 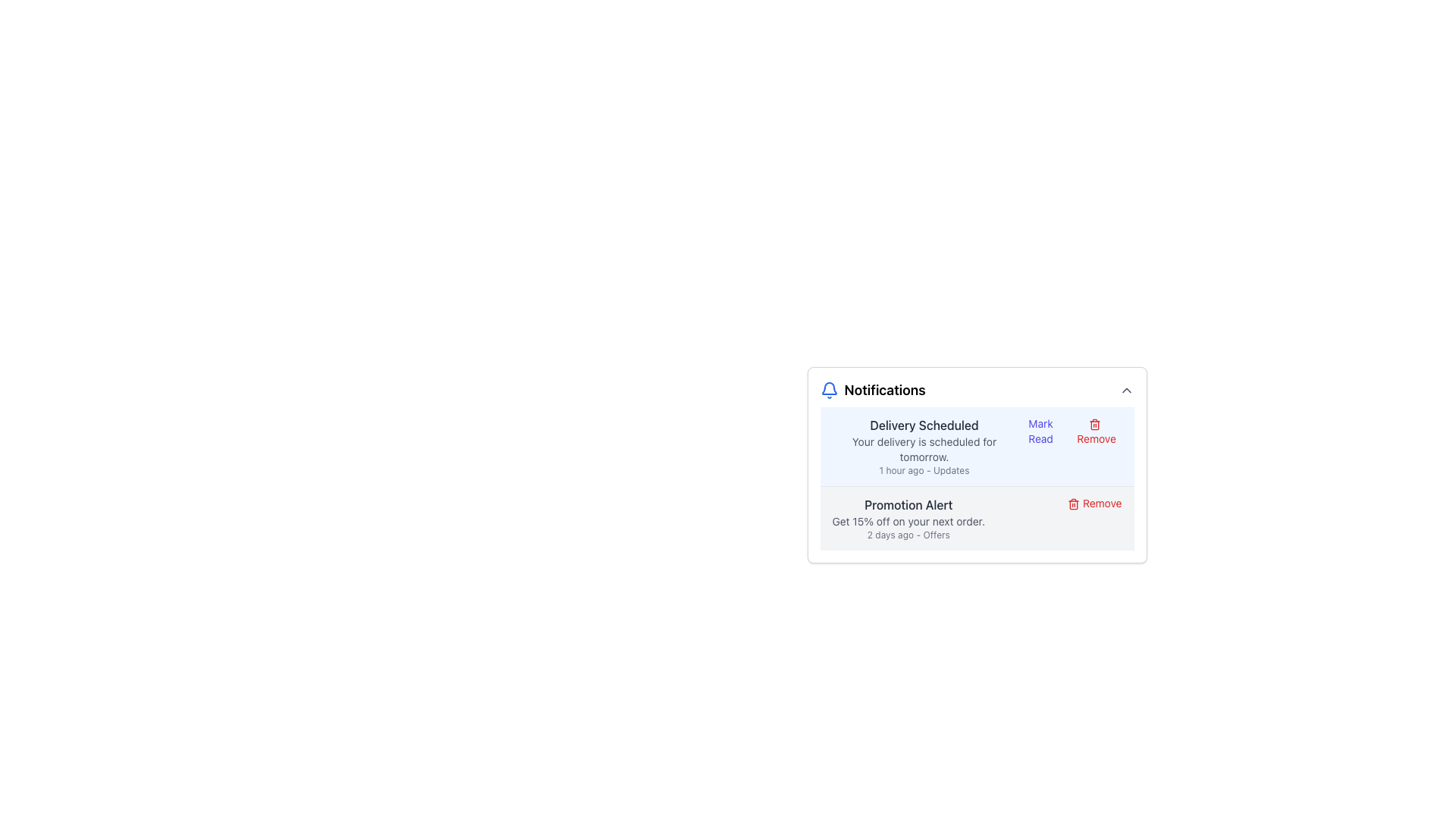 What do you see at coordinates (873, 390) in the screenshot?
I see `the header element that features a bell icon and the text 'Notifications', located at the top-left corner of the notifications panel` at bounding box center [873, 390].